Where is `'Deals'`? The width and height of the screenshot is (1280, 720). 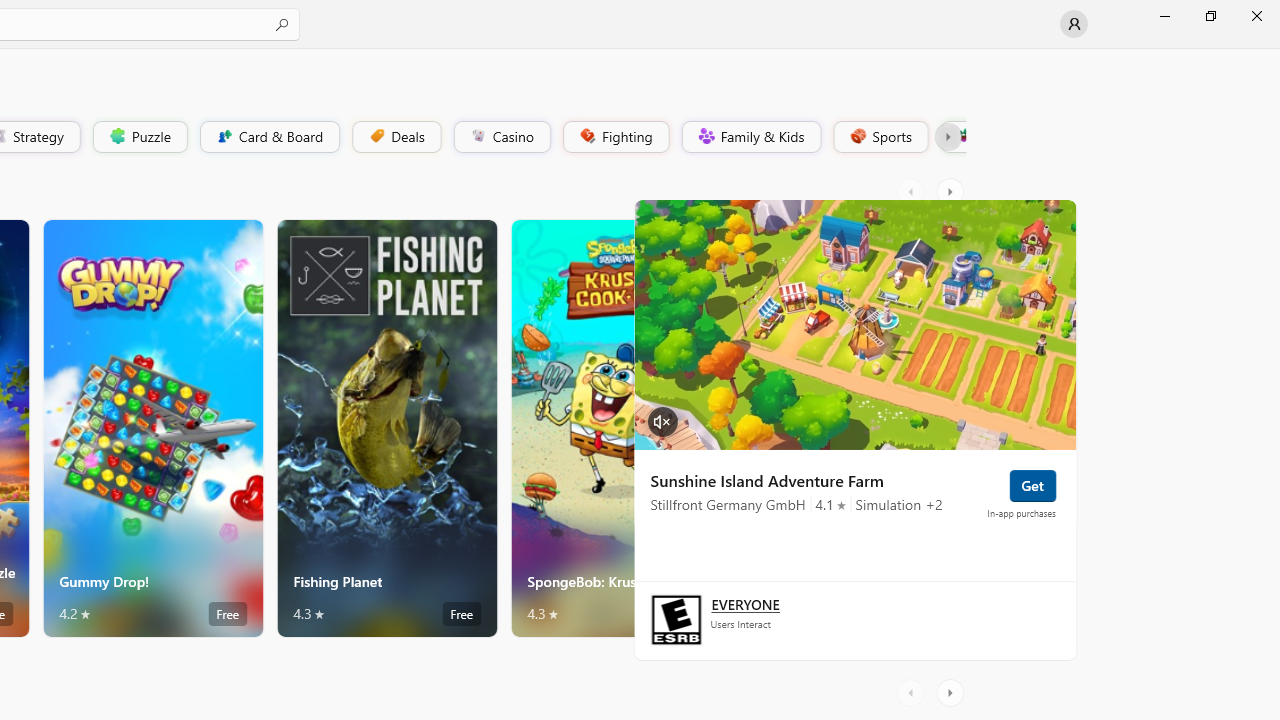
'Deals' is located at coordinates (395, 135).